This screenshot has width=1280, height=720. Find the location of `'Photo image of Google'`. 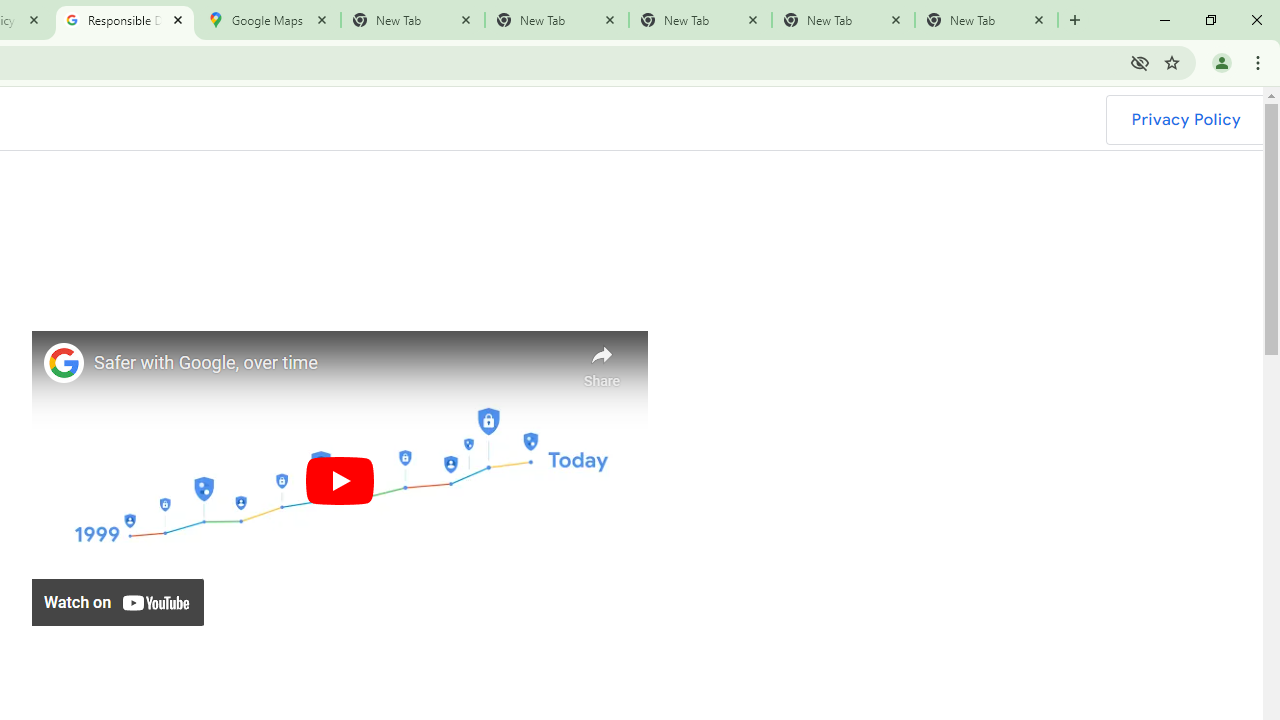

'Photo image of Google' is located at coordinates (64, 362).